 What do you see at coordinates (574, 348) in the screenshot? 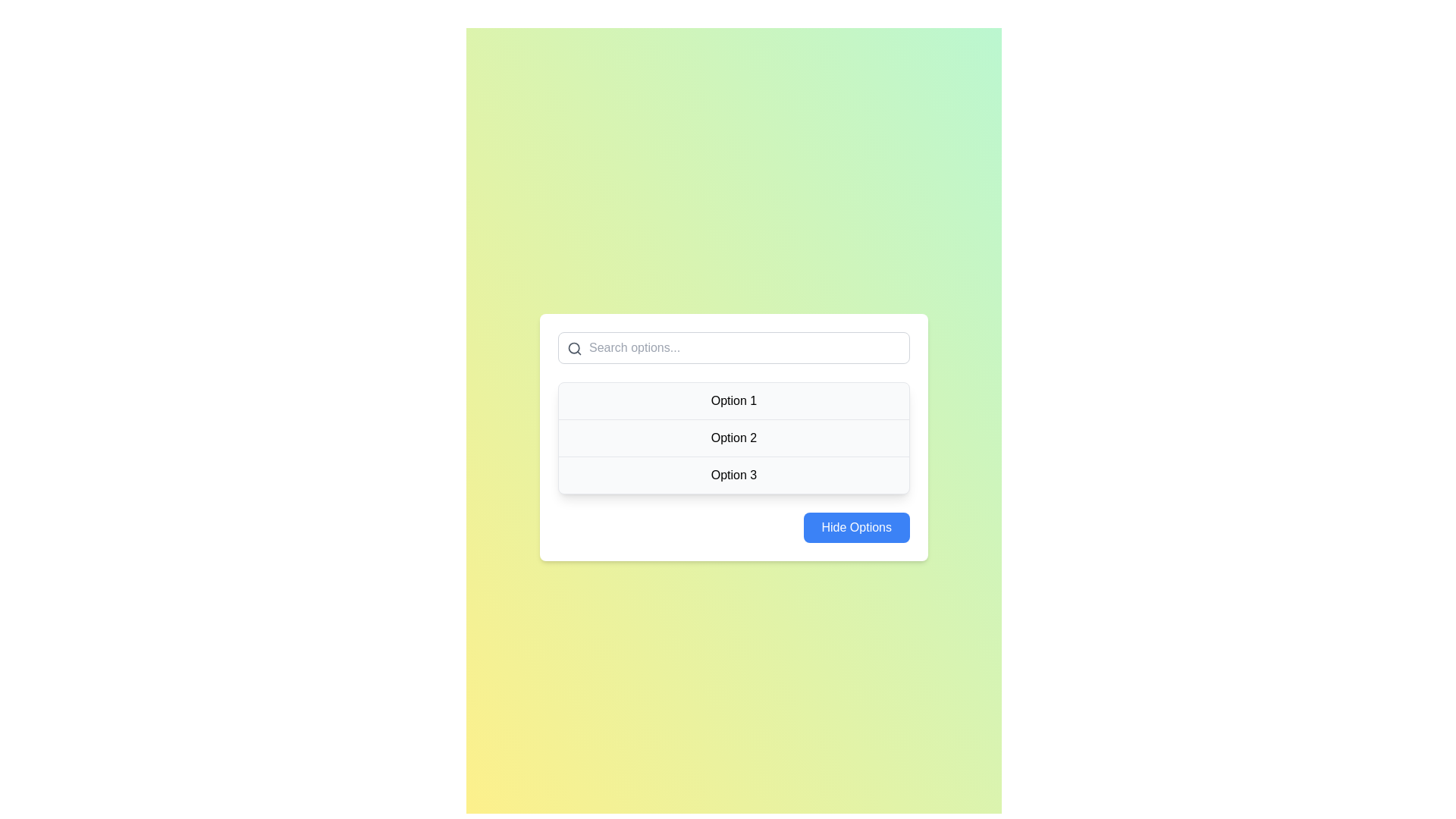
I see `the small gray magnifying glass icon located at the left margin of the input field` at bounding box center [574, 348].